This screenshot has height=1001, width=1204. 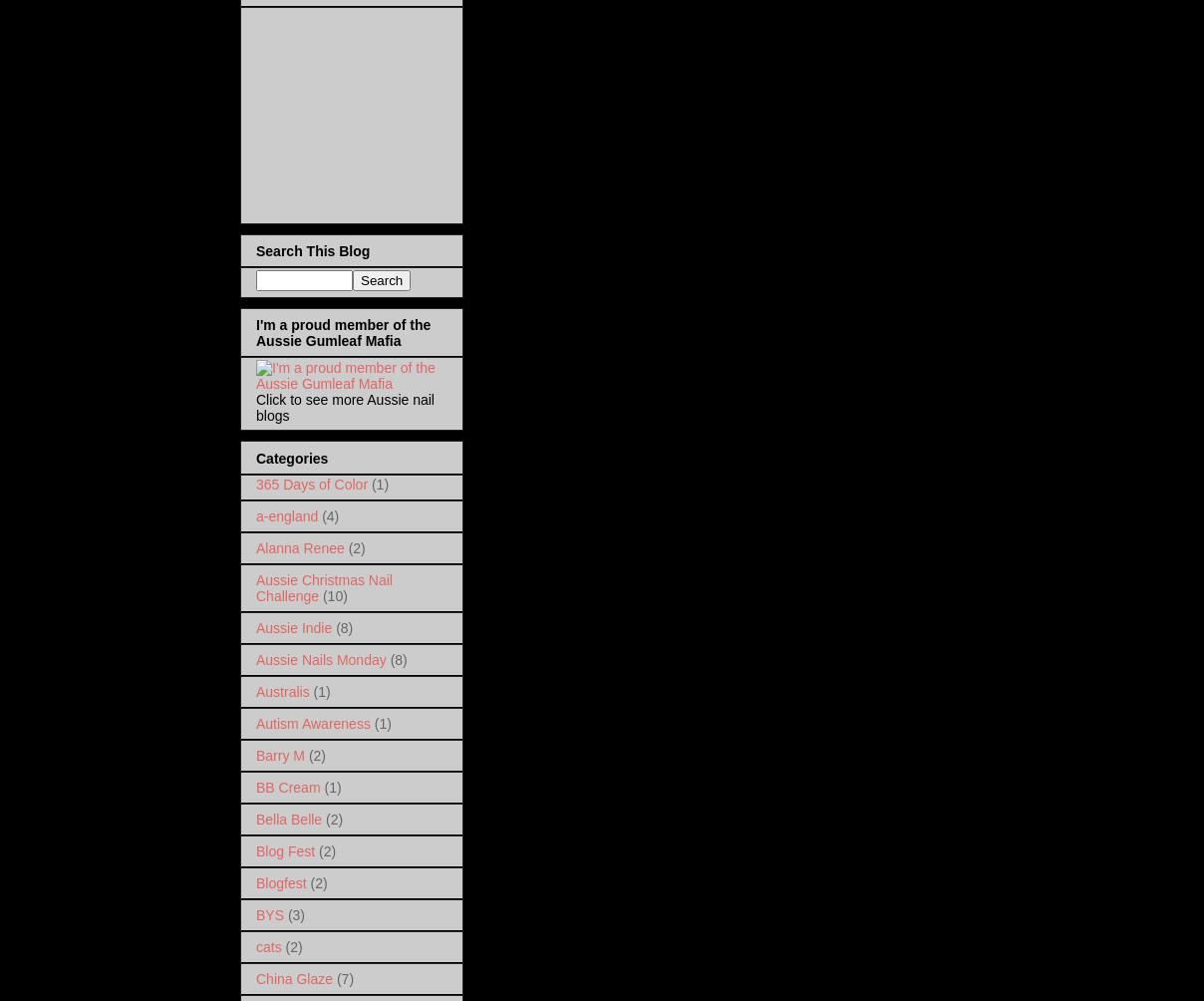 I want to click on '365 Days of Color', so click(x=310, y=483).